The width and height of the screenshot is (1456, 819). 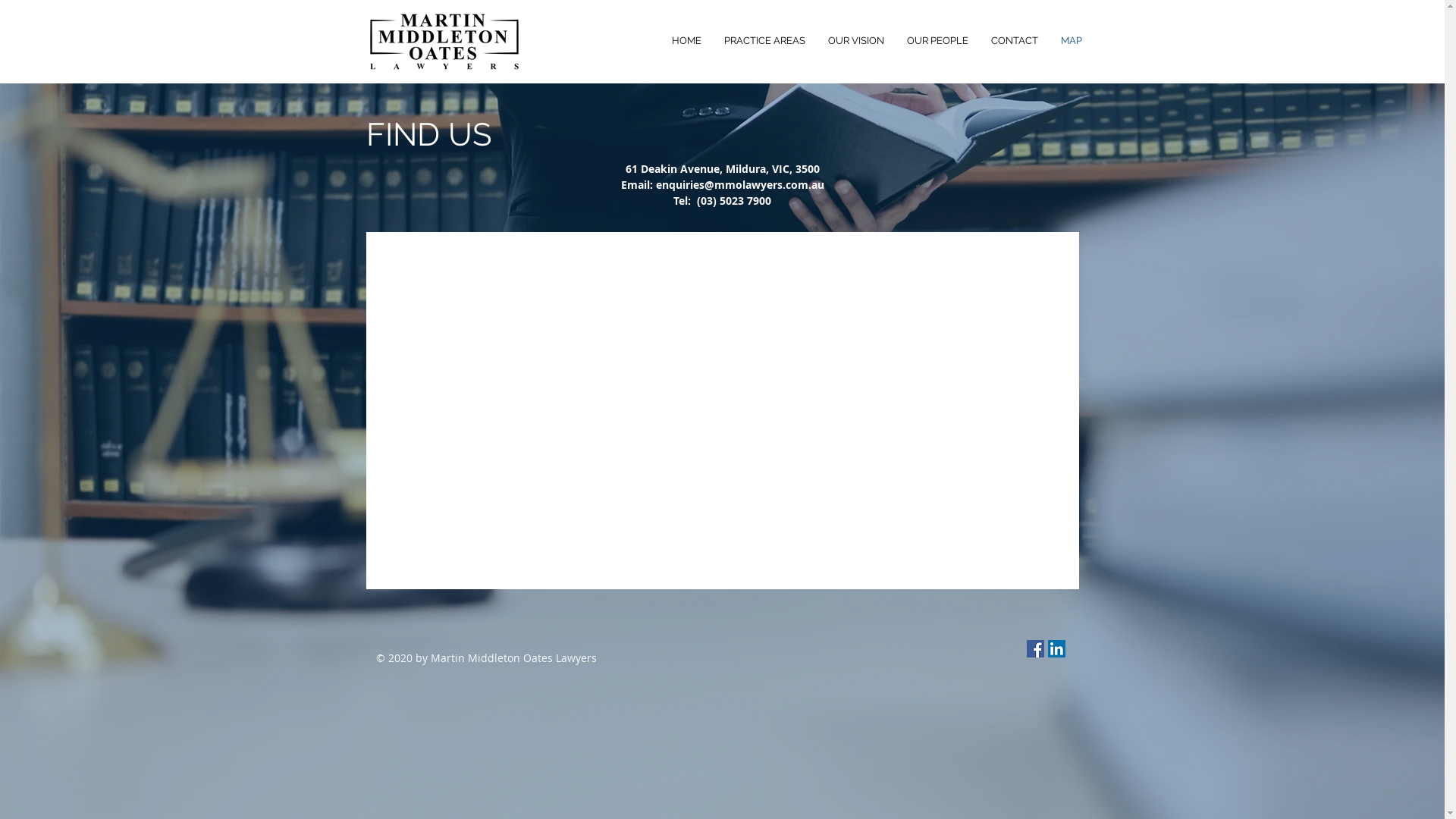 I want to click on 'OUR VISION', so click(x=814, y=40).